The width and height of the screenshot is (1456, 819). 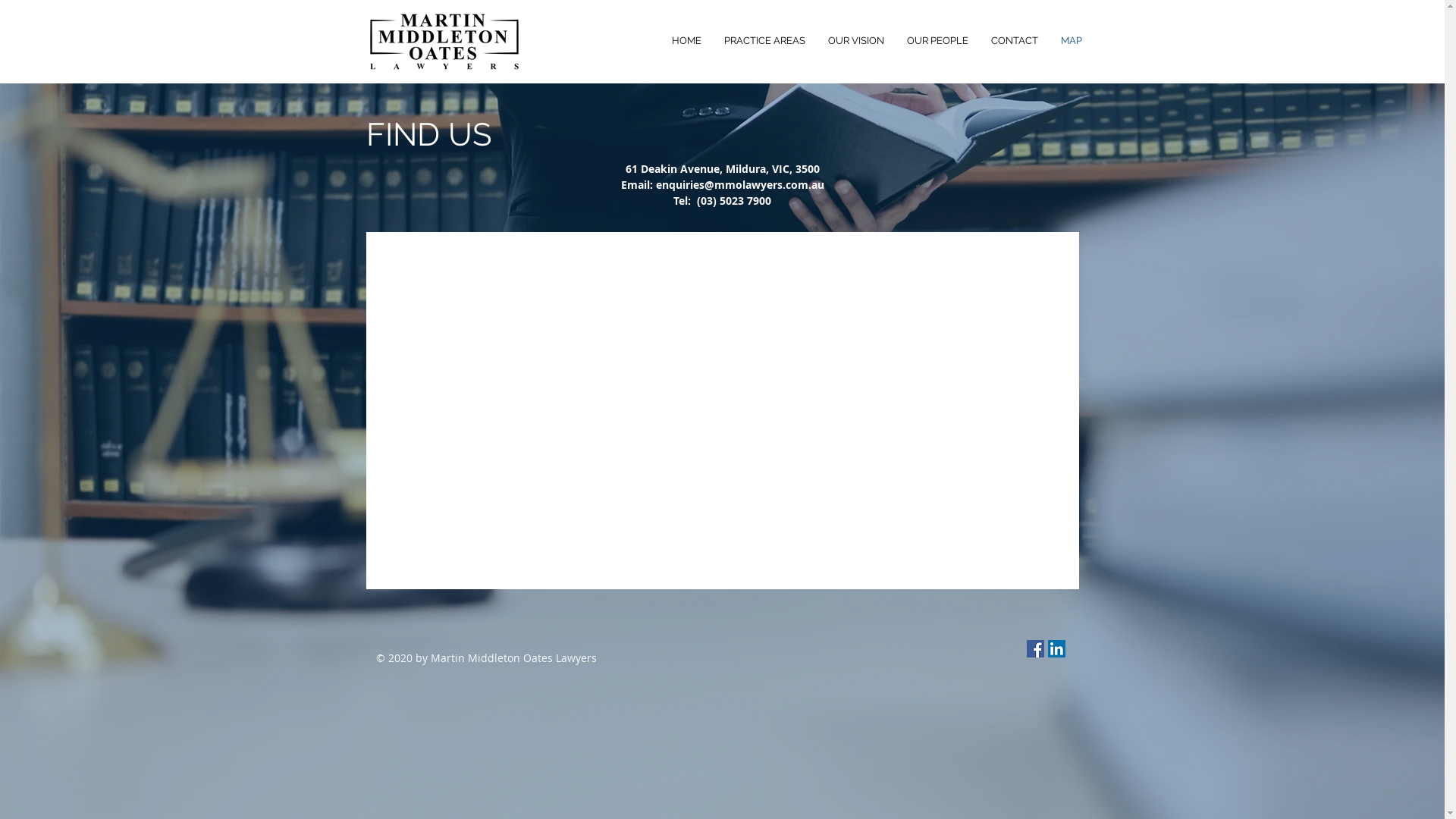 I want to click on 'OUR VISION', so click(x=814, y=40).